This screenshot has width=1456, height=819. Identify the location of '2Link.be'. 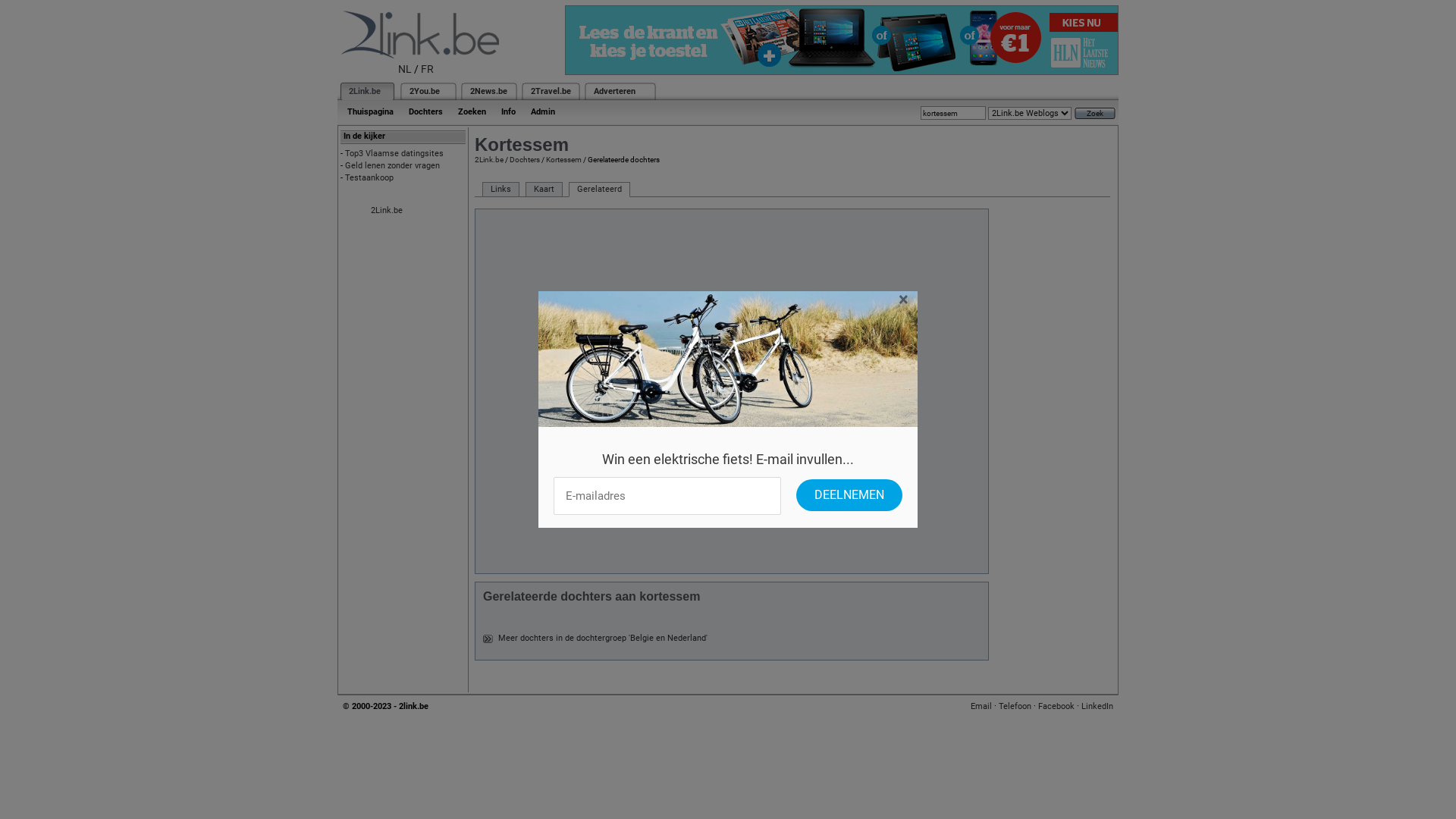
(364, 91).